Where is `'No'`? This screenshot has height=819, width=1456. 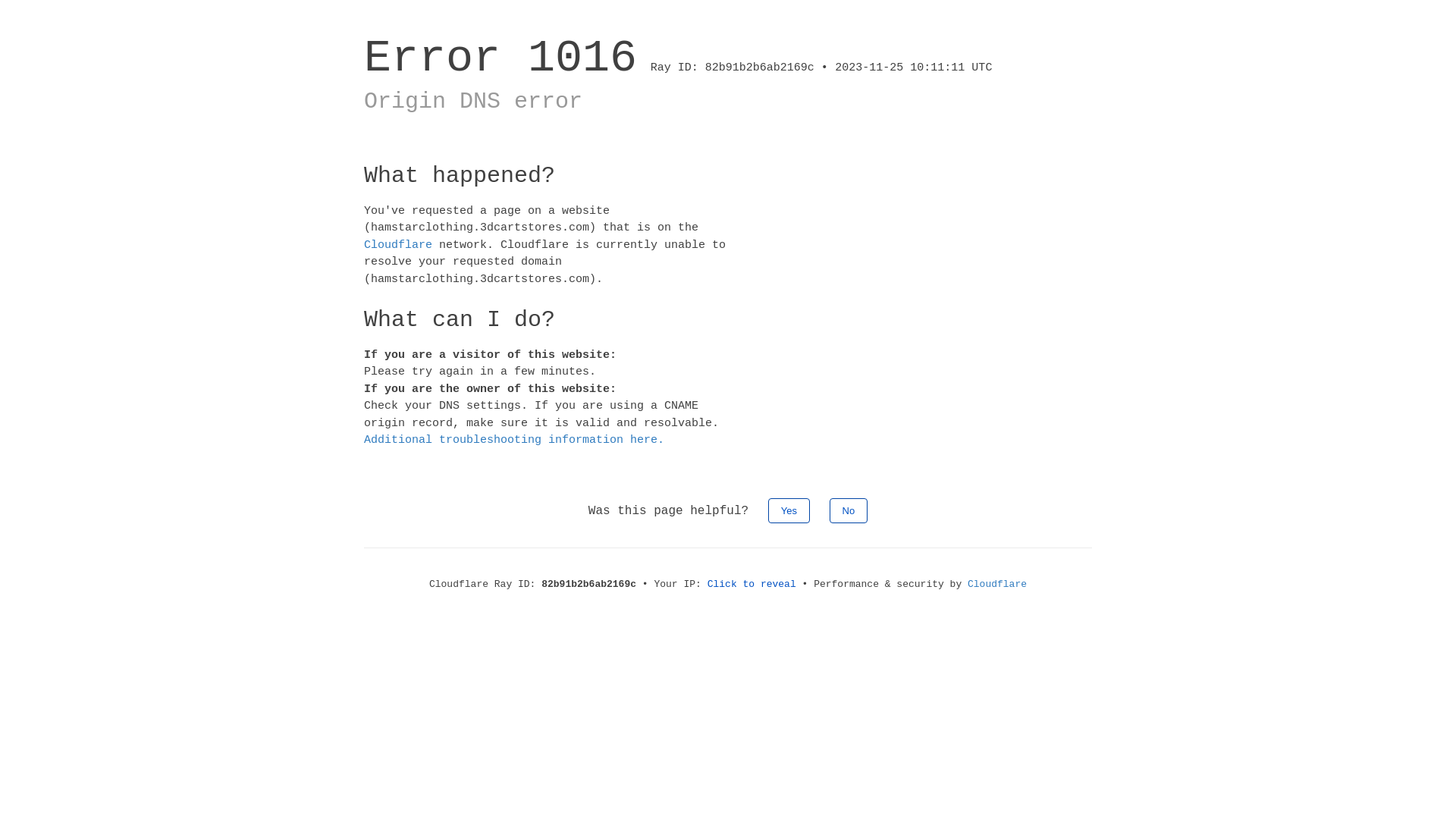
'No' is located at coordinates (848, 510).